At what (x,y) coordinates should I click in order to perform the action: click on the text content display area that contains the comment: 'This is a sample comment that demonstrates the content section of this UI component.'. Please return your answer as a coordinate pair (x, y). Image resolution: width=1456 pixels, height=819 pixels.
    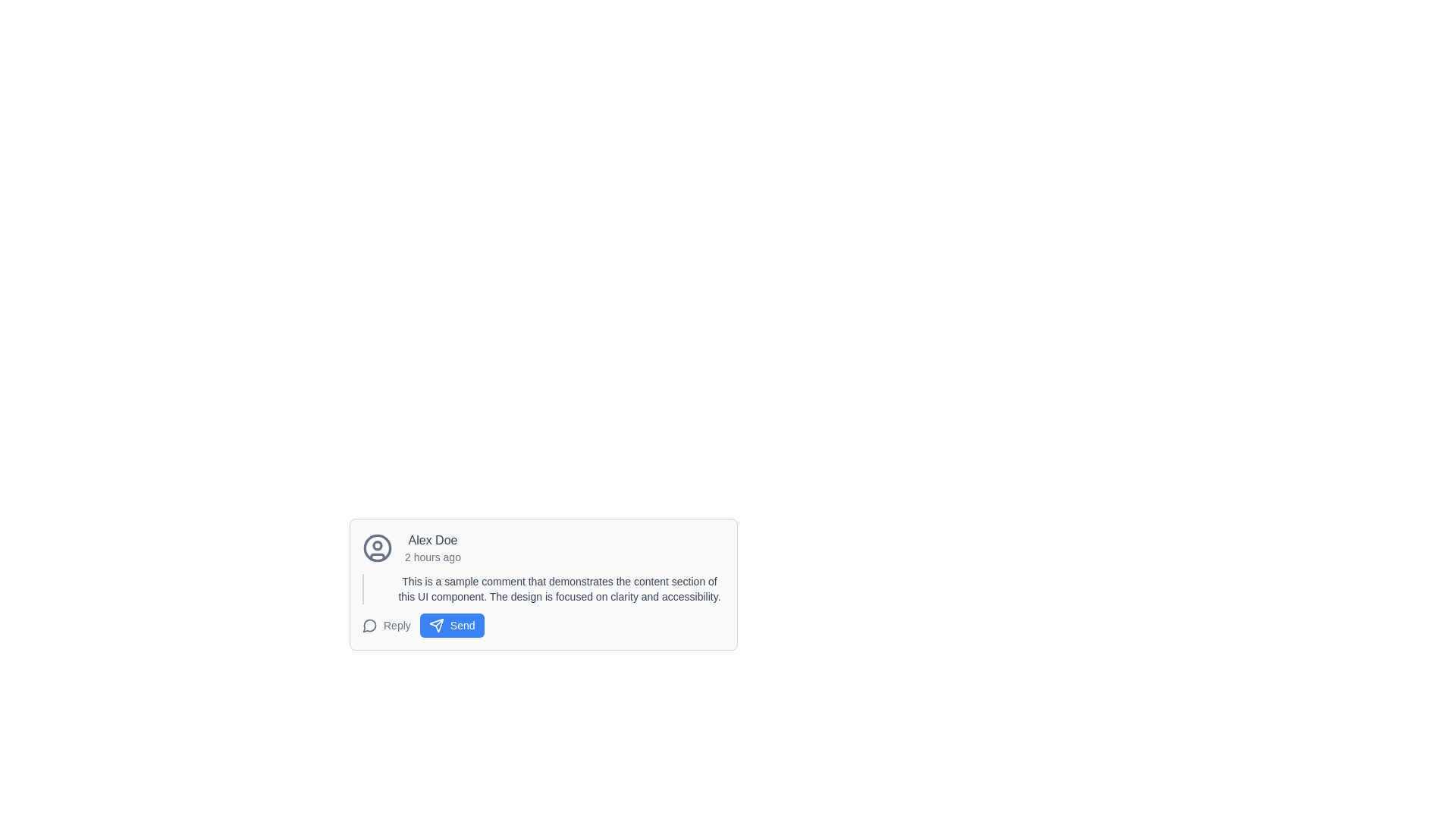
    Looking at the image, I should click on (543, 588).